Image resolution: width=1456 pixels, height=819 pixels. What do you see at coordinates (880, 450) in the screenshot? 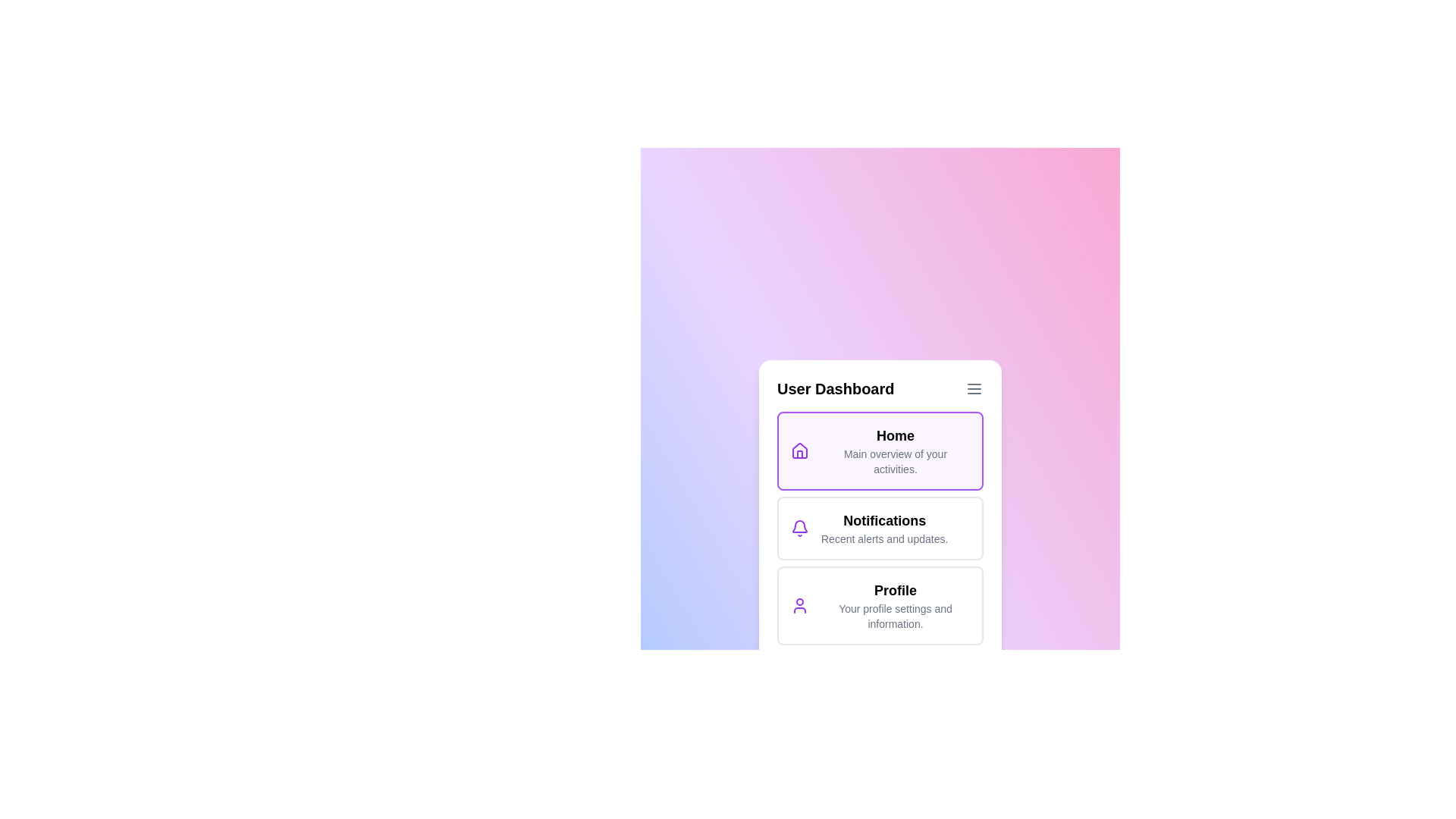
I see `the menu item corresponding to Home` at bounding box center [880, 450].